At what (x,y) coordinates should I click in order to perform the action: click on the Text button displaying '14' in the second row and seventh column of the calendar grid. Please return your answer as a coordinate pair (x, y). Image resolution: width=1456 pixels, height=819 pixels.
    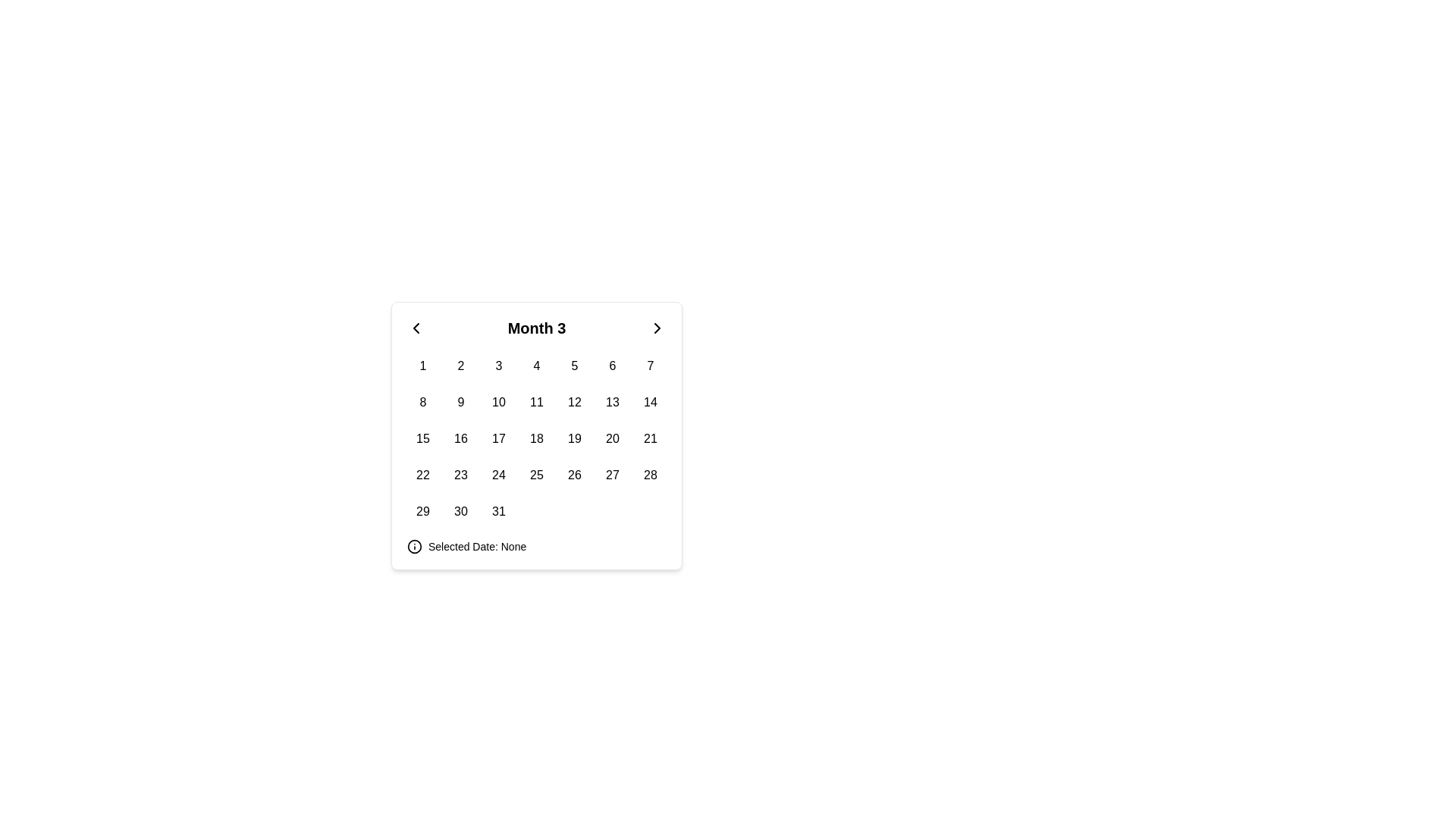
    Looking at the image, I should click on (651, 402).